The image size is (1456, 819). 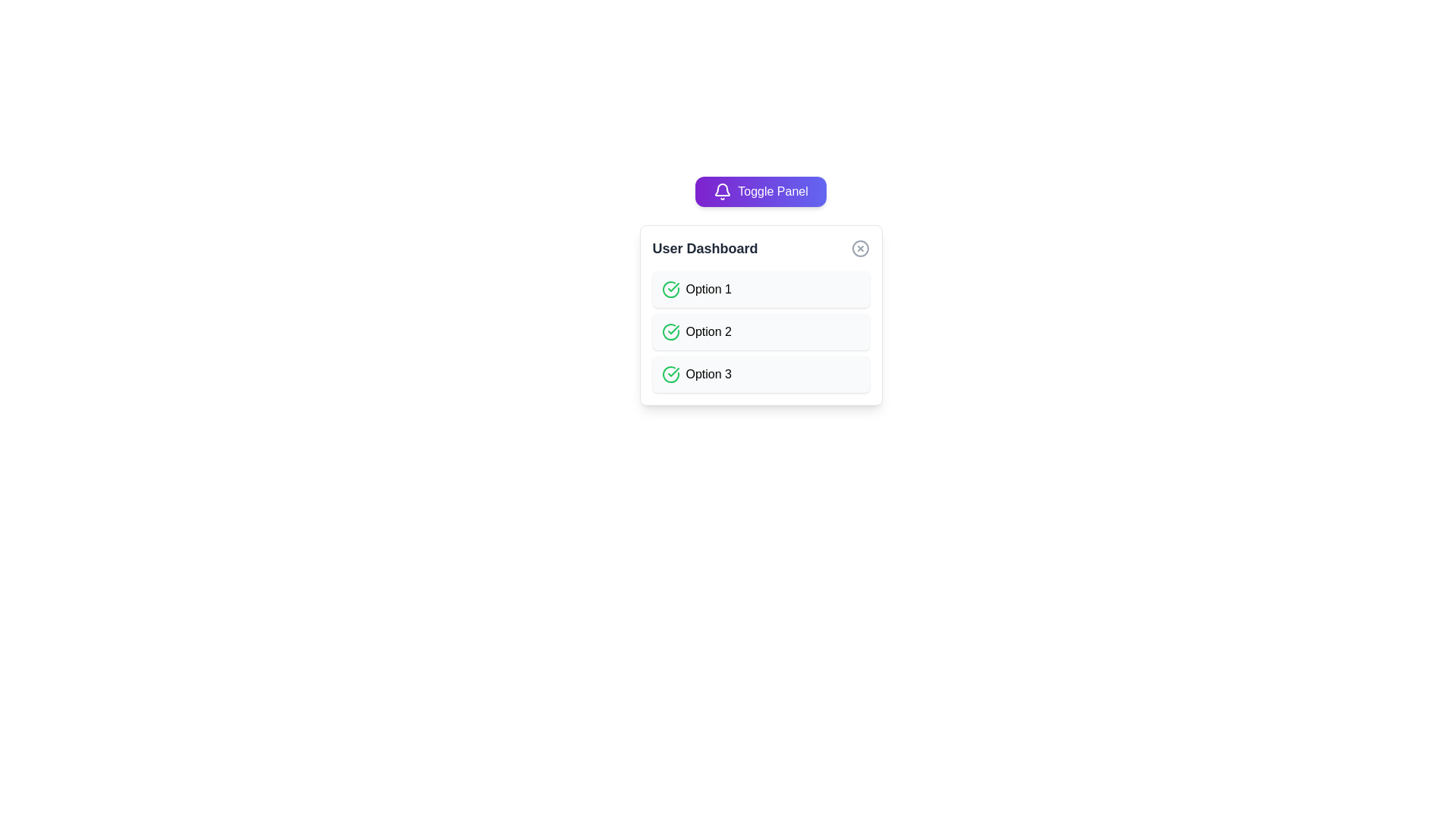 I want to click on the toggle button located centrally above the 'User Dashboard' section, so click(x=761, y=191).